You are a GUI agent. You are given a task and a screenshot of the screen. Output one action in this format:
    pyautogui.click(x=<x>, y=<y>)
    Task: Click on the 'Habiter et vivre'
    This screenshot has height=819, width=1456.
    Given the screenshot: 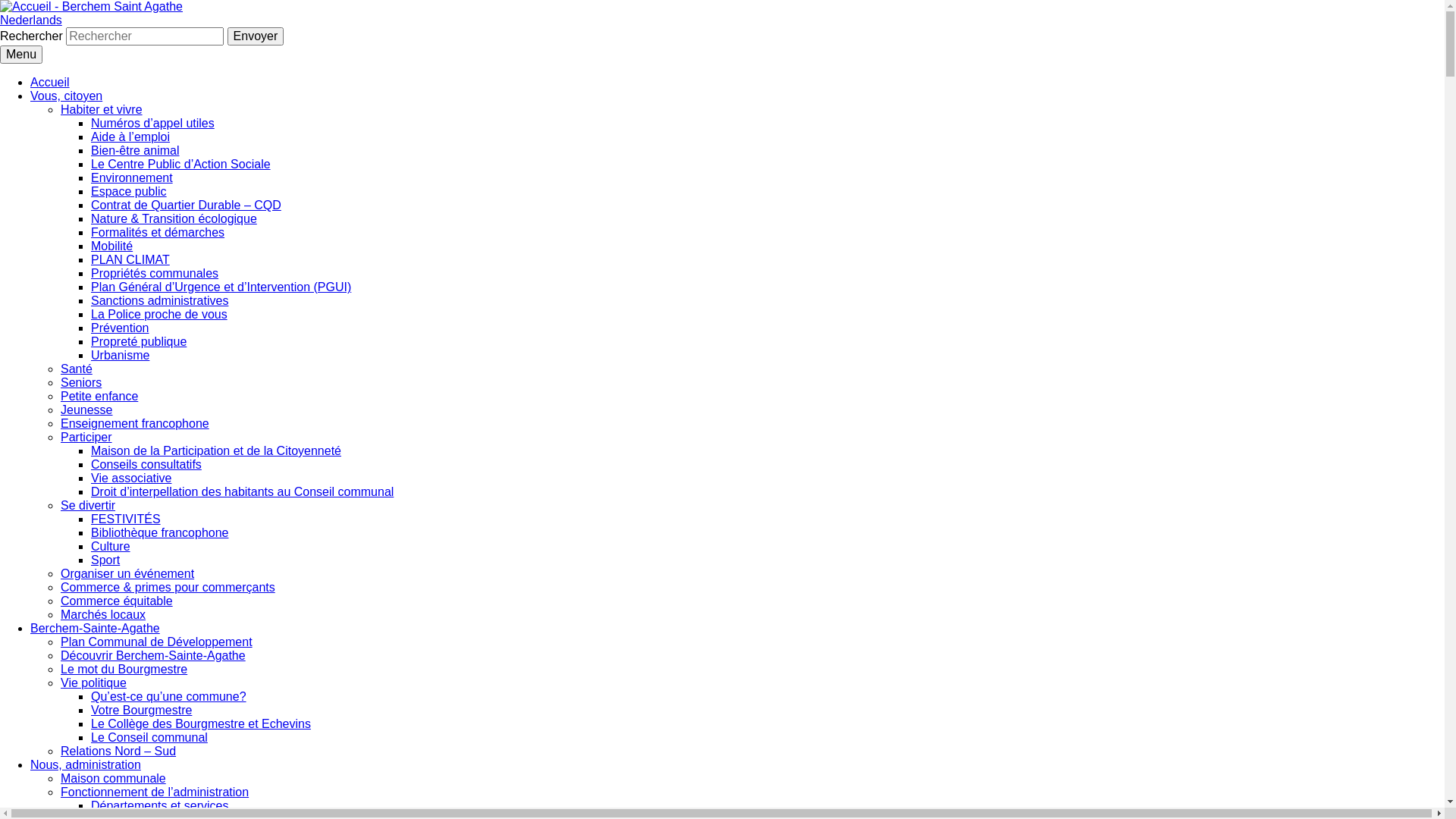 What is the action you would take?
    pyautogui.click(x=61, y=108)
    